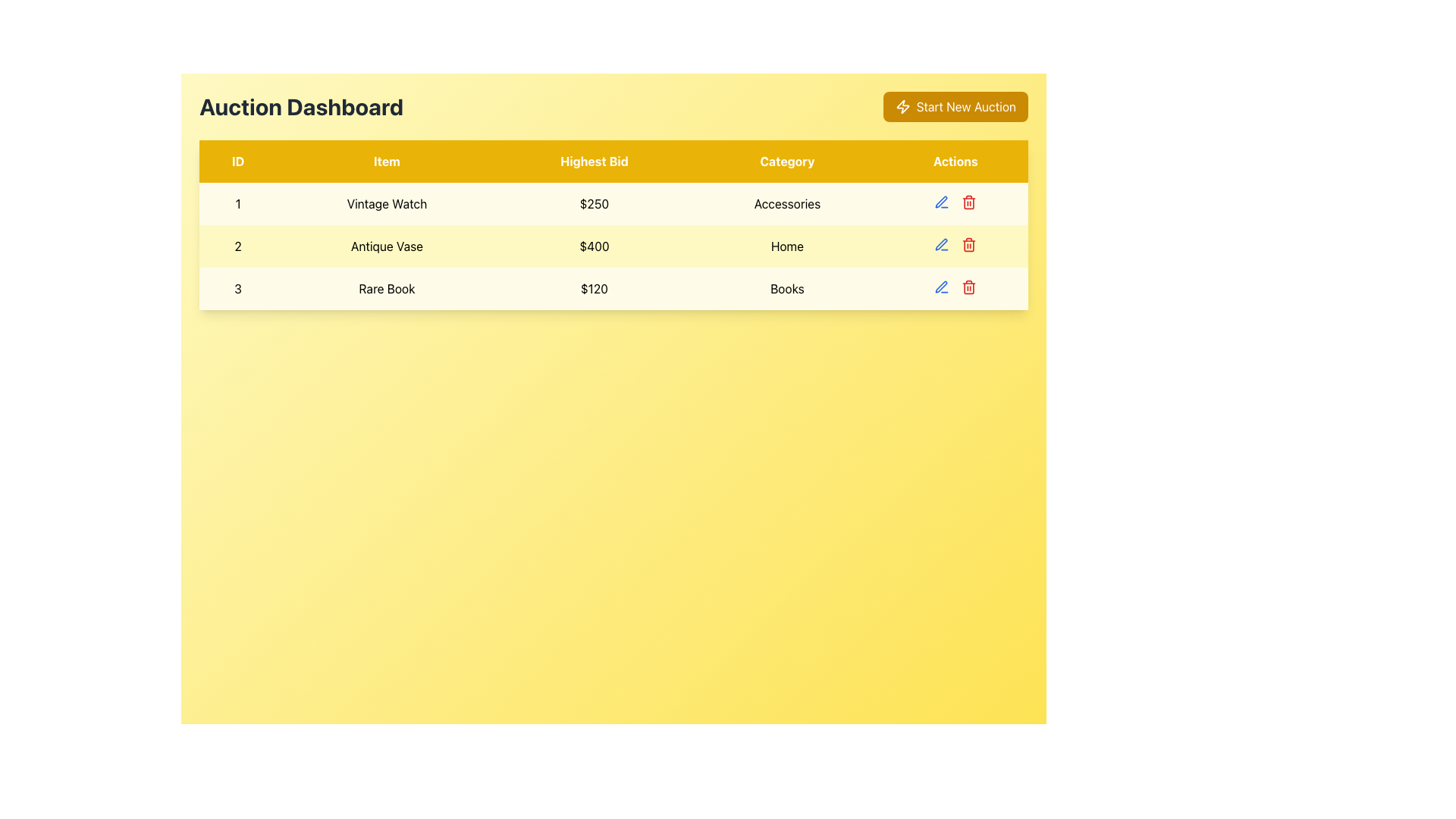 This screenshot has height=819, width=1456. What do you see at coordinates (787, 245) in the screenshot?
I see `the 'Home' text label in the second row of the table with a light yellow background in the 'Category' column` at bounding box center [787, 245].